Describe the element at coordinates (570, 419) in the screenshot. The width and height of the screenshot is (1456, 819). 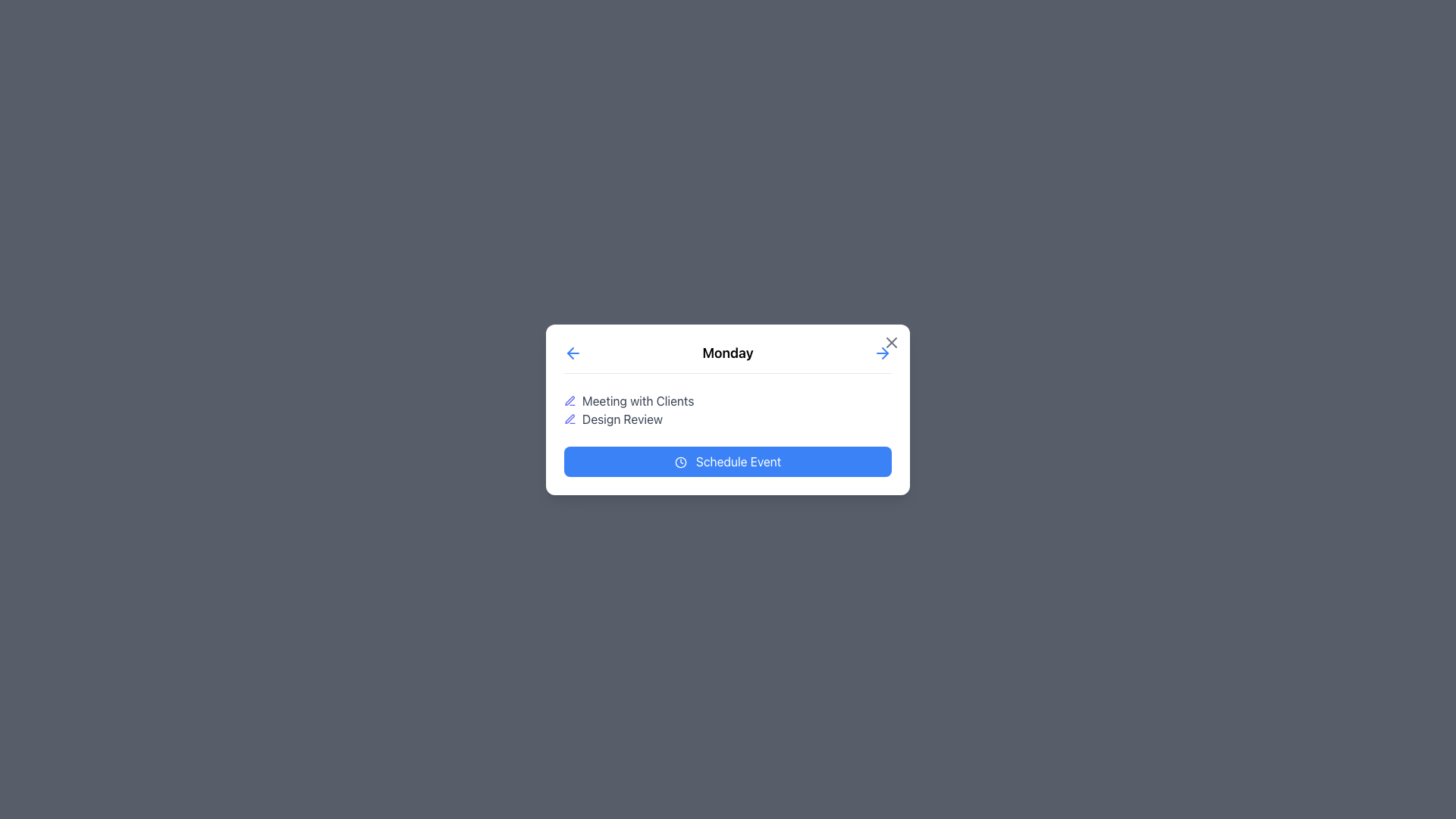
I see `the pen icon representing the 'Design Review' feature, located to the left of the 'Design Review' text` at that location.